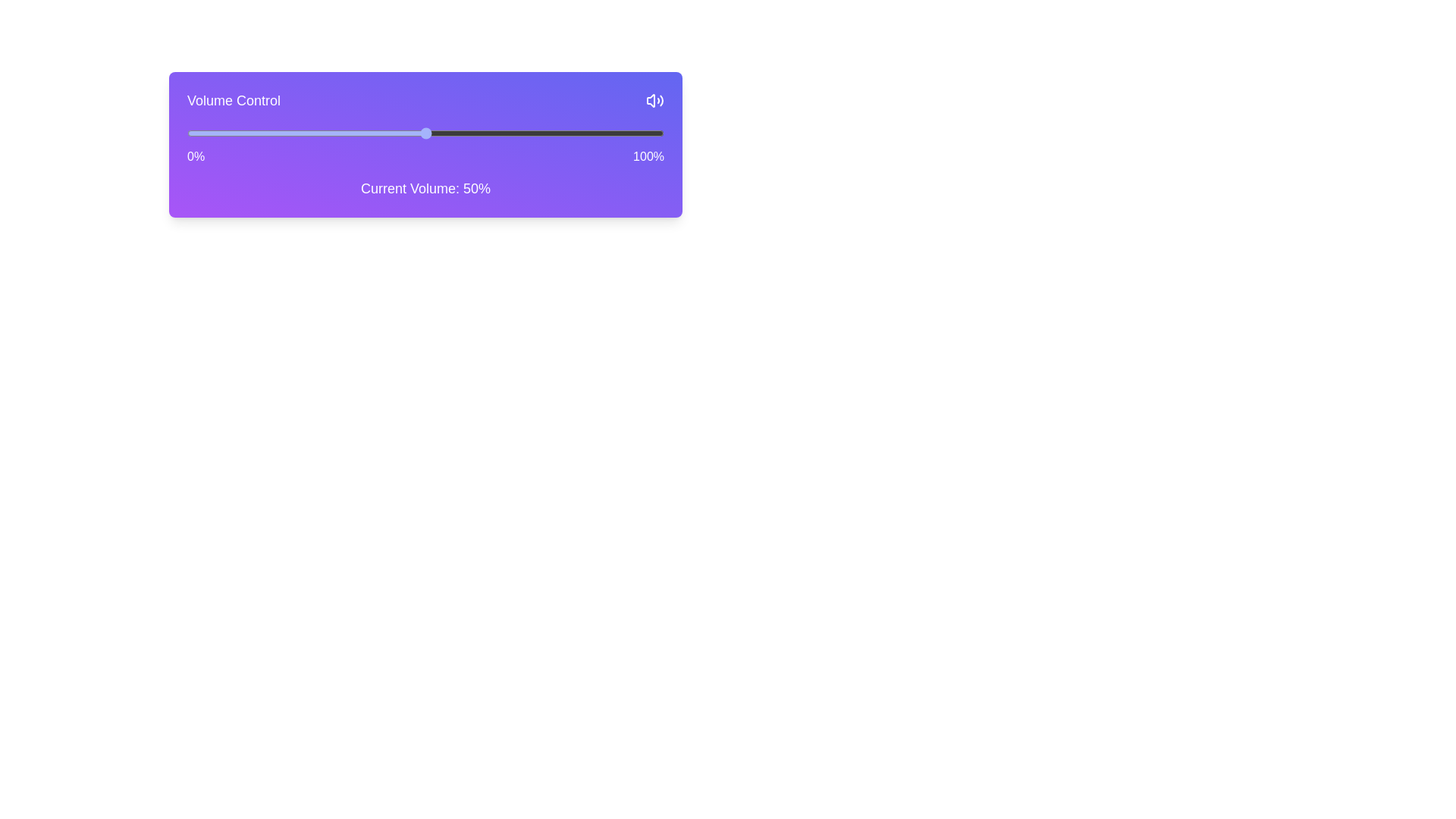  What do you see at coordinates (621, 133) in the screenshot?
I see `volume level` at bounding box center [621, 133].